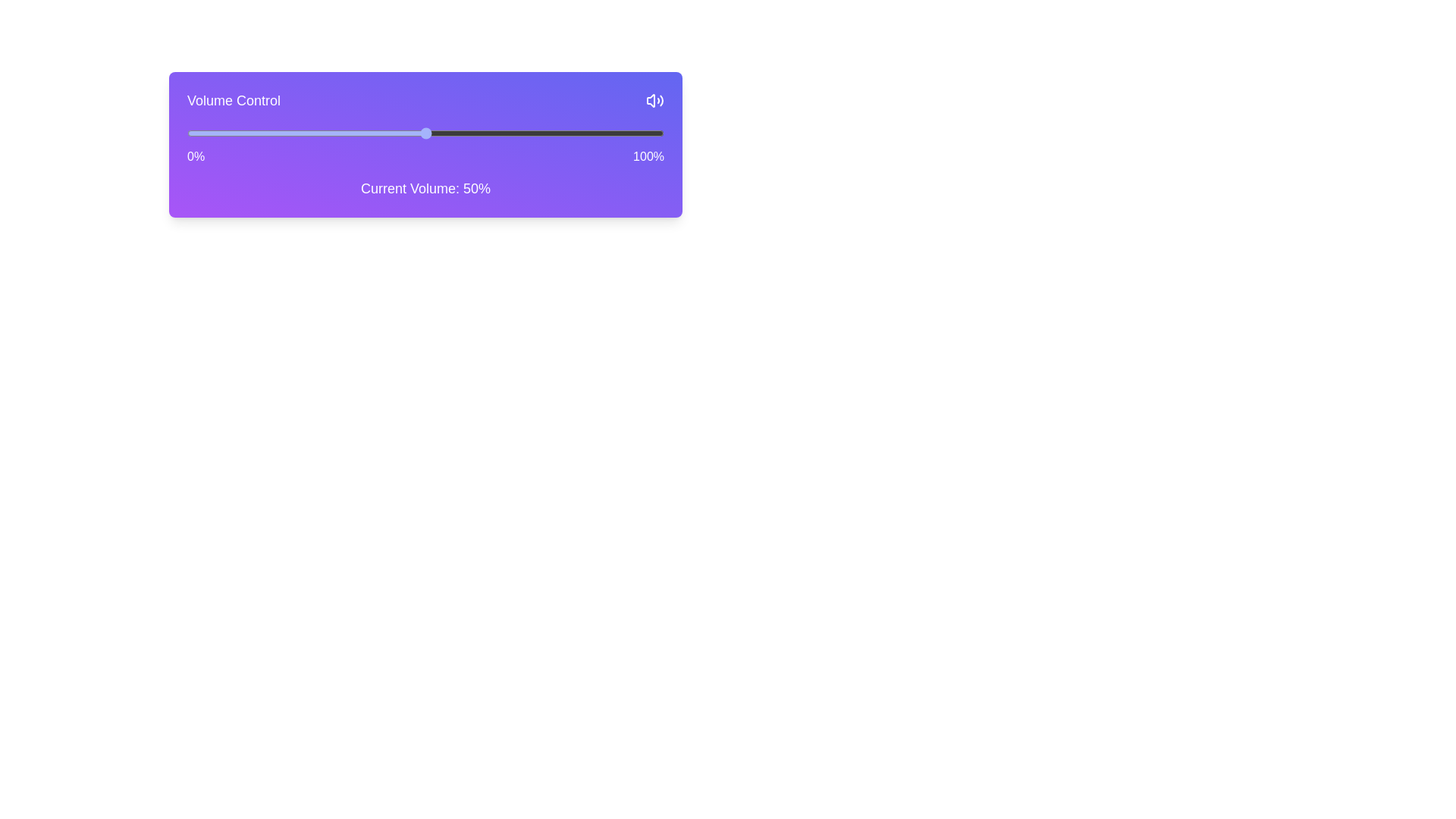  What do you see at coordinates (621, 133) in the screenshot?
I see `volume level` at bounding box center [621, 133].